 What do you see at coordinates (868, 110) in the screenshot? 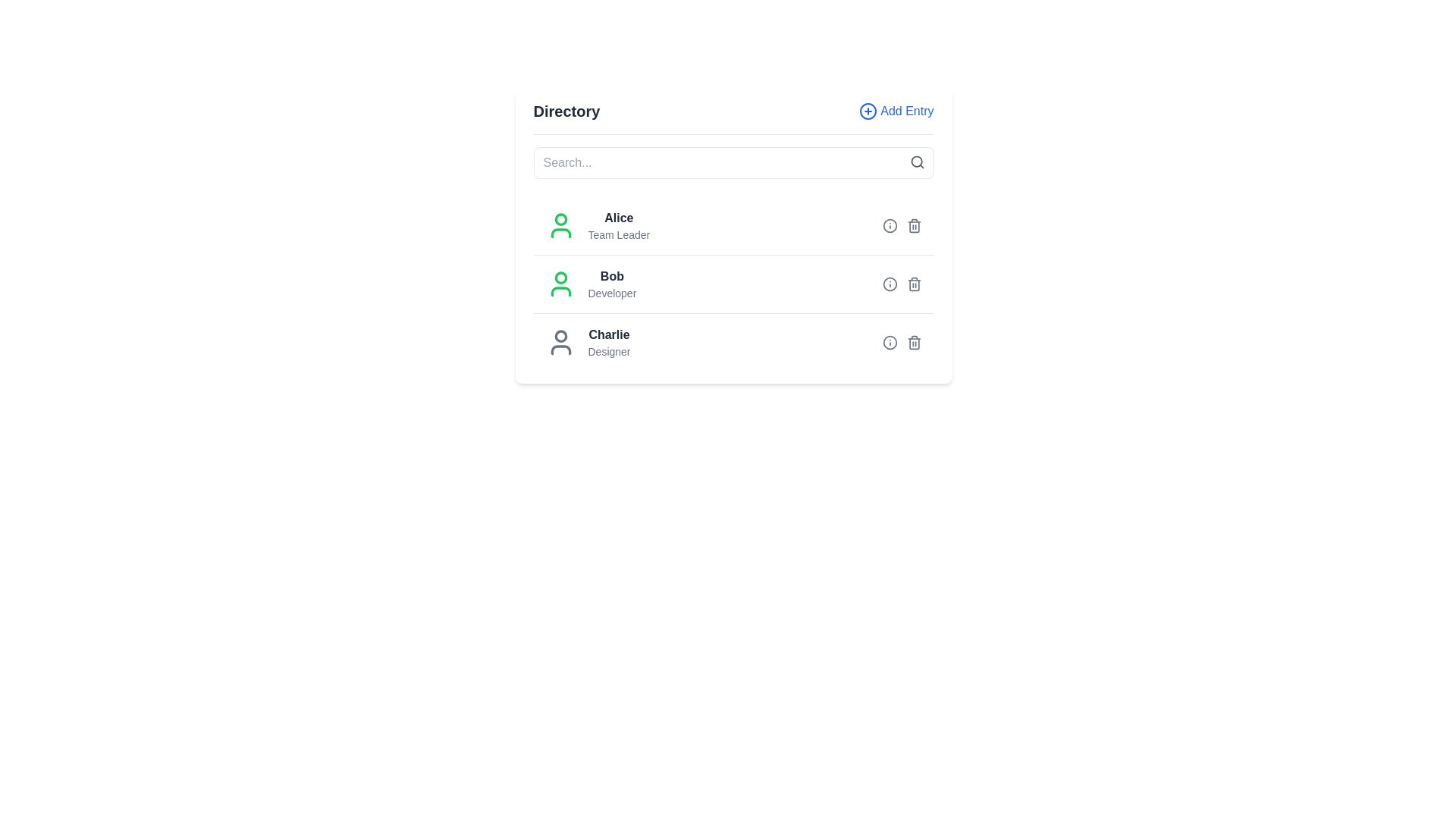
I see `the icon for adding a new entry to the directory` at bounding box center [868, 110].